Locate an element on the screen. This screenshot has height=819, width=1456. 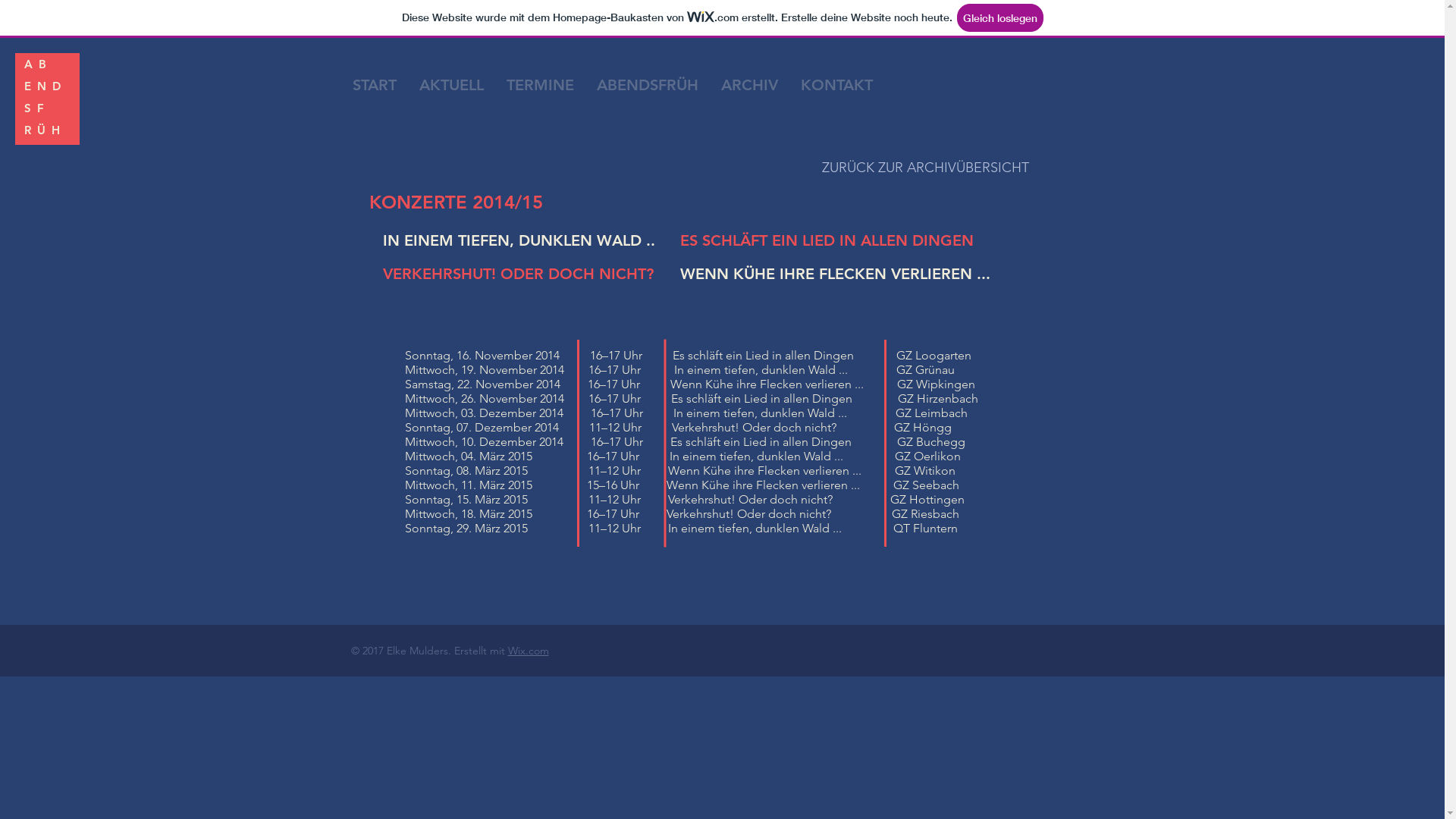
'GZ Riesbach' is located at coordinates (892, 513).